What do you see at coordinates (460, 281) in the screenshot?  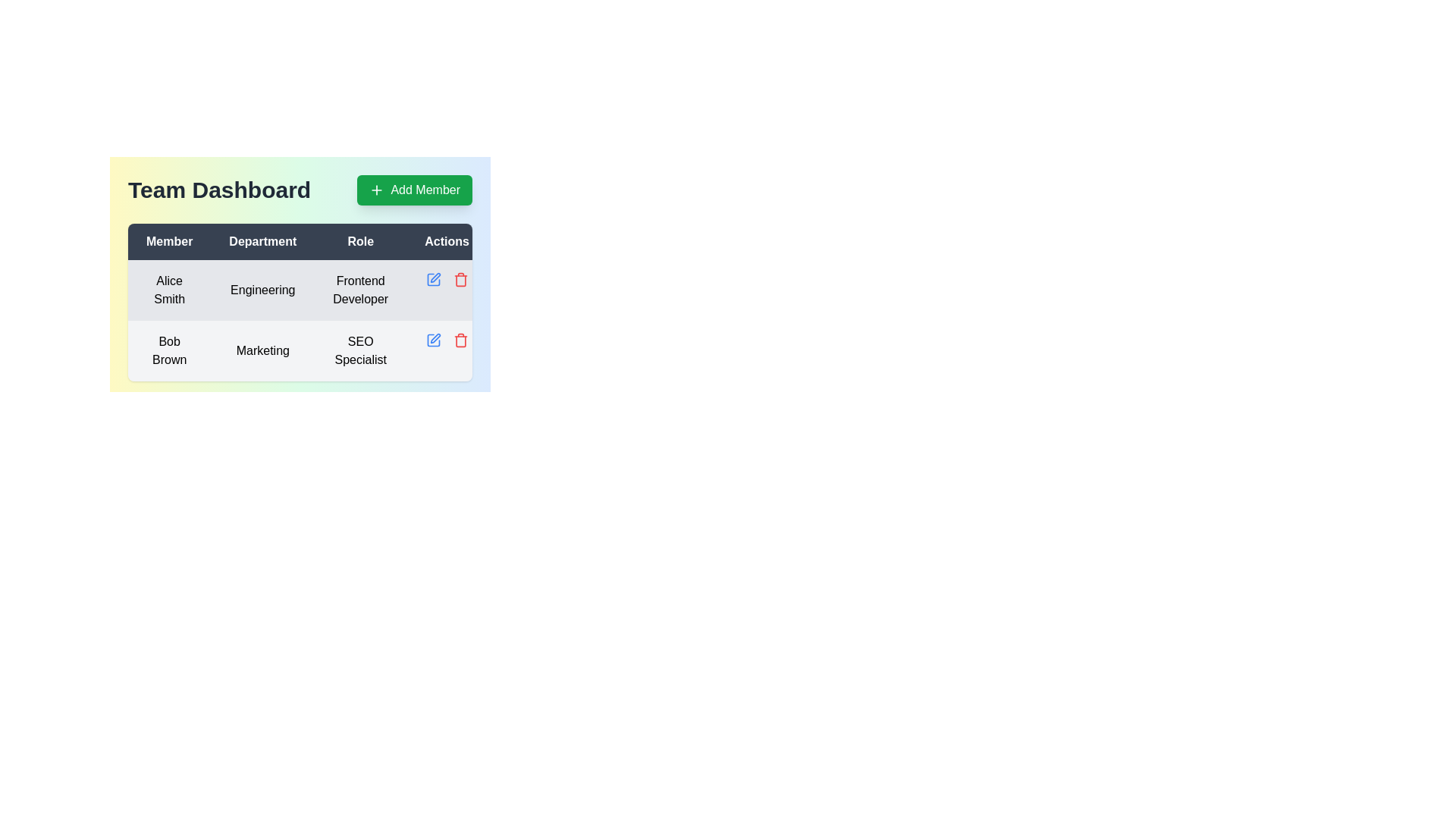 I see `the visual part of the trash bin icon located in the 'Actions' column, specifically in the second data row adjacent to 'Bob Brown'` at bounding box center [460, 281].